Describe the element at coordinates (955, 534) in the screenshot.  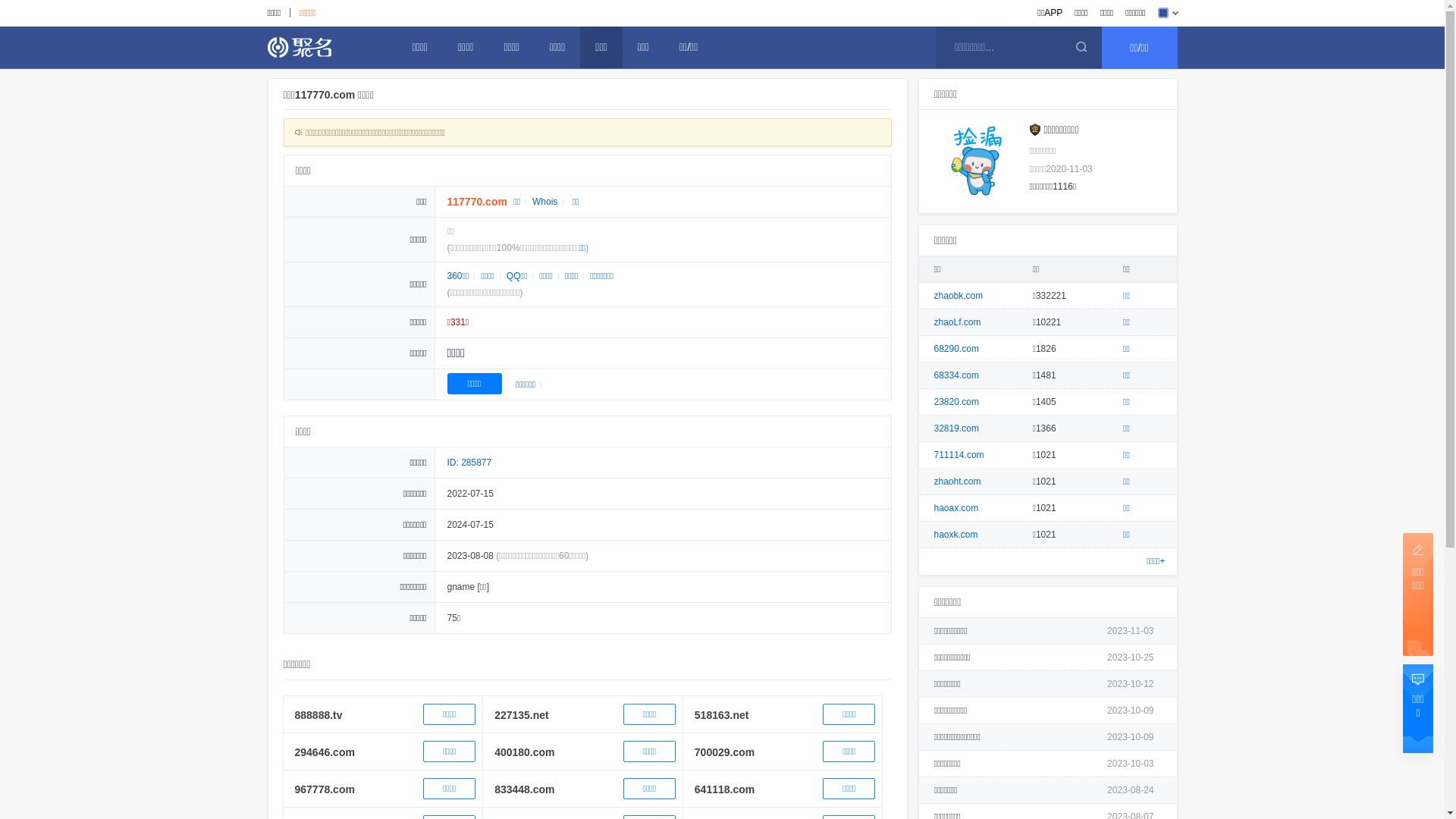
I see `'haoxk.com'` at that location.